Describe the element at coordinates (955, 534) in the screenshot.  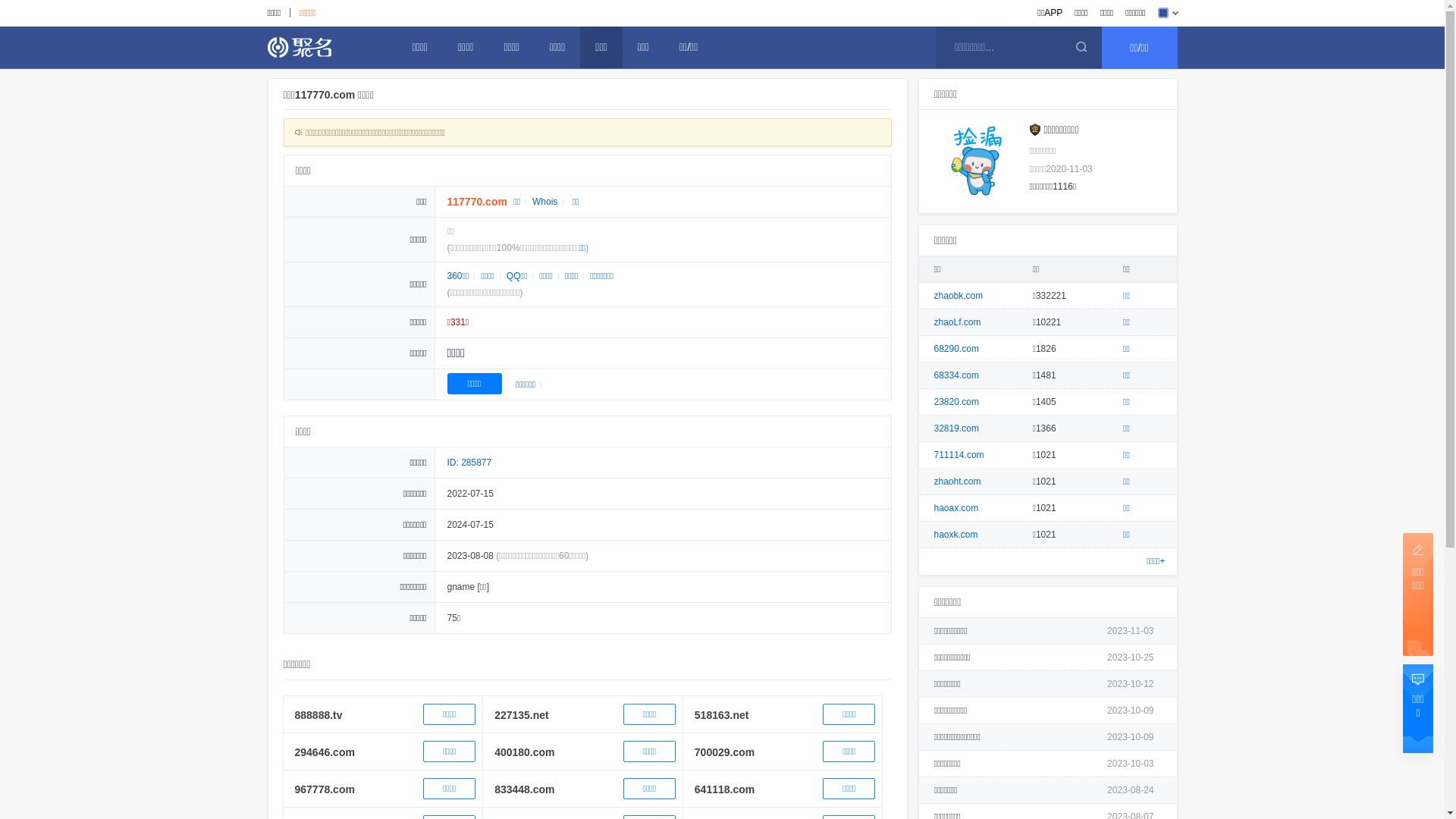
I see `'haoxk.com'` at that location.